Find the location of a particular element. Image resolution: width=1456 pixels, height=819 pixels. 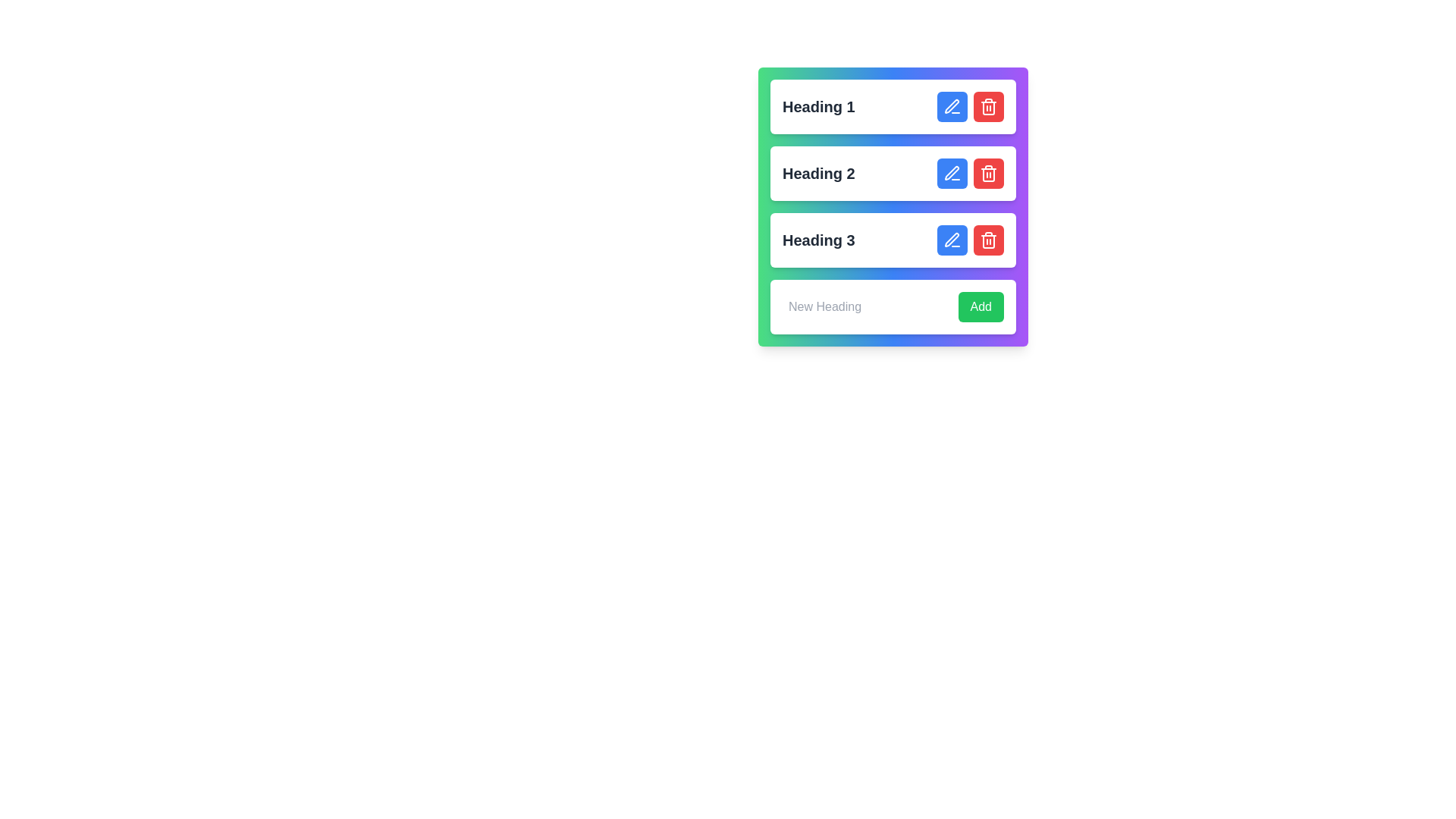

the blue button with rounded corners containing a pen icon is located at coordinates (952, 172).